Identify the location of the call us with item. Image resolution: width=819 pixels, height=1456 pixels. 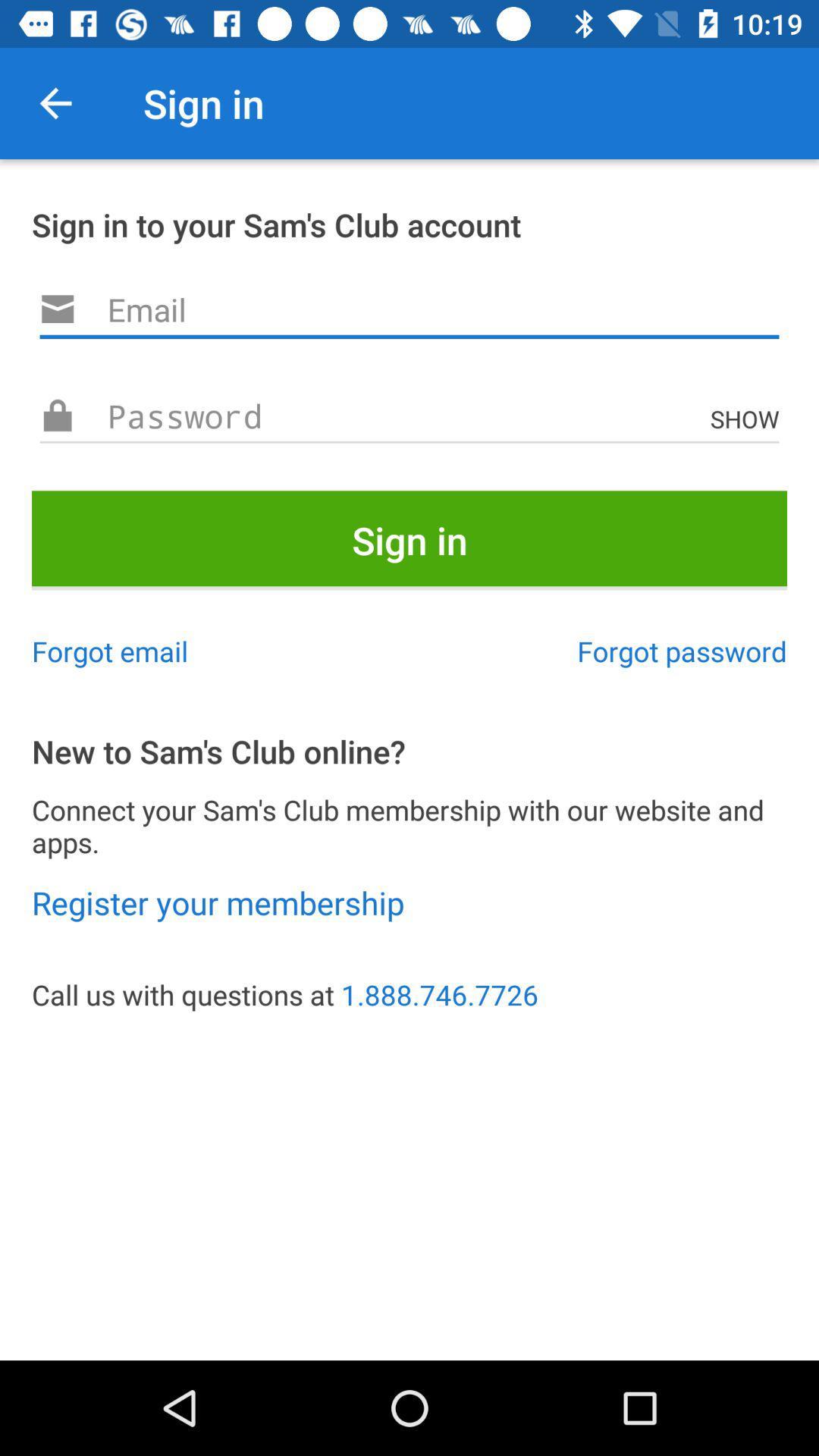
(409, 994).